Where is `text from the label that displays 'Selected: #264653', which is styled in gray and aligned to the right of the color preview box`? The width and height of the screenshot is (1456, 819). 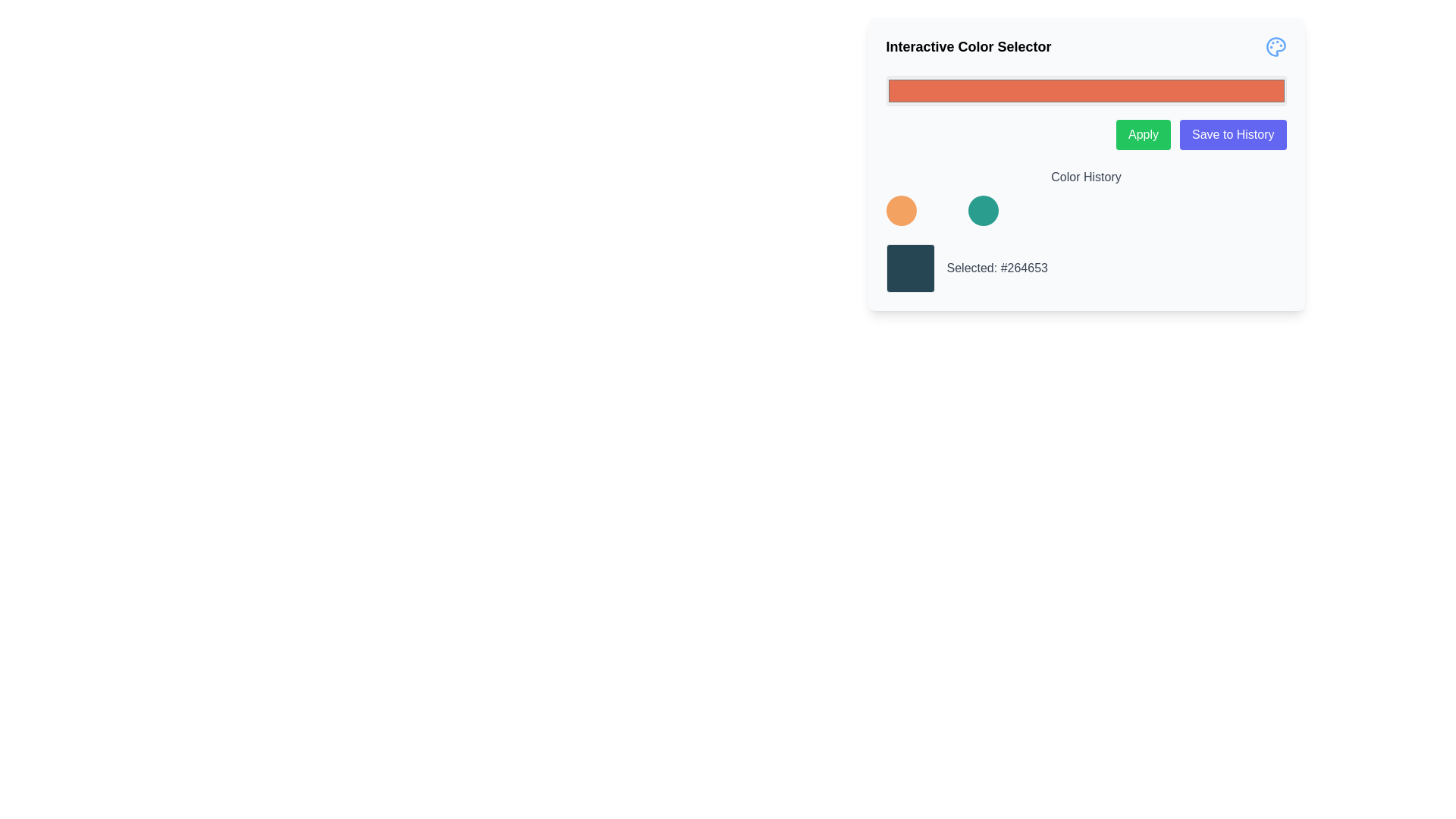 text from the label that displays 'Selected: #264653', which is styled in gray and aligned to the right of the color preview box is located at coordinates (997, 268).